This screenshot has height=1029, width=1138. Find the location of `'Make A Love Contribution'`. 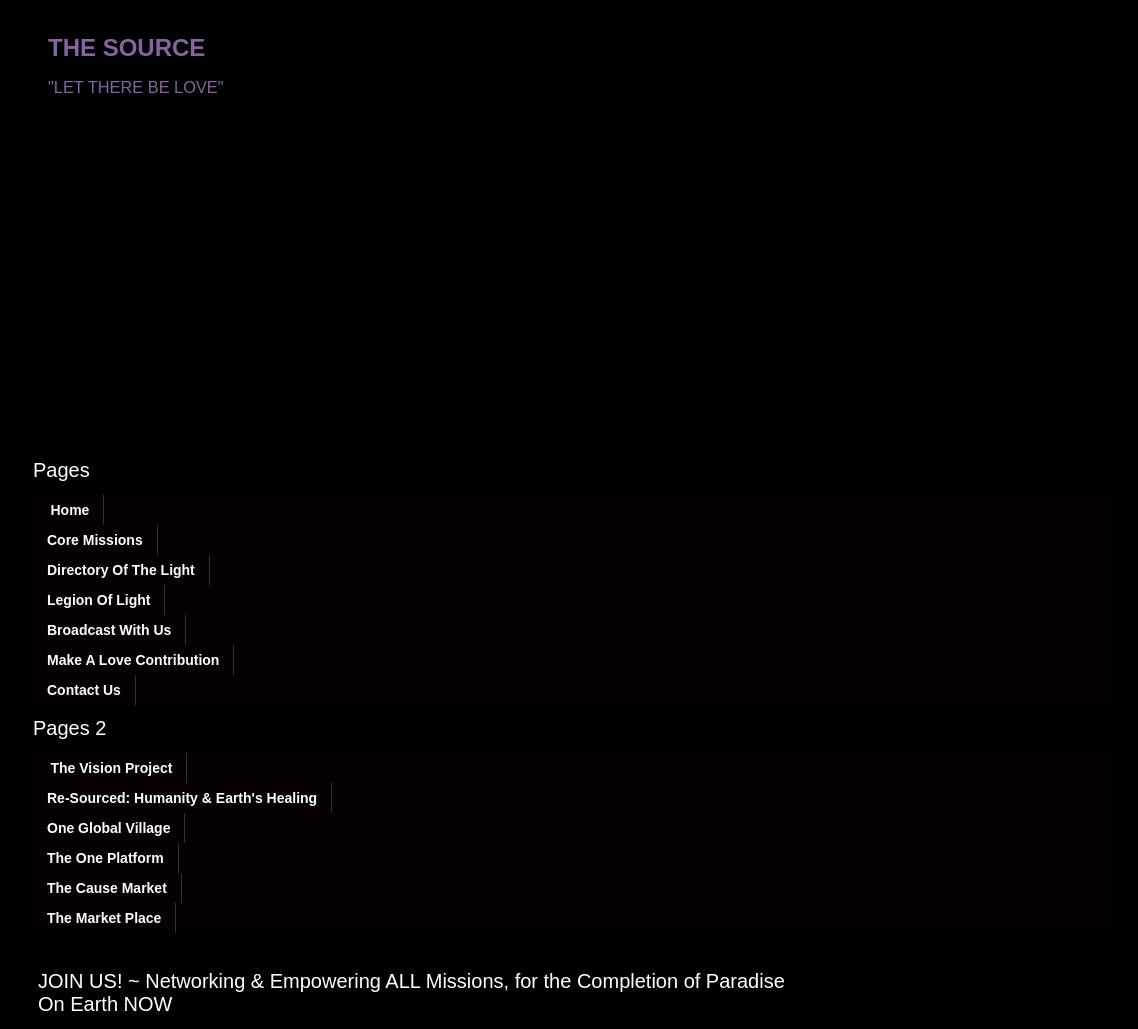

'Make A Love Contribution' is located at coordinates (133, 658).